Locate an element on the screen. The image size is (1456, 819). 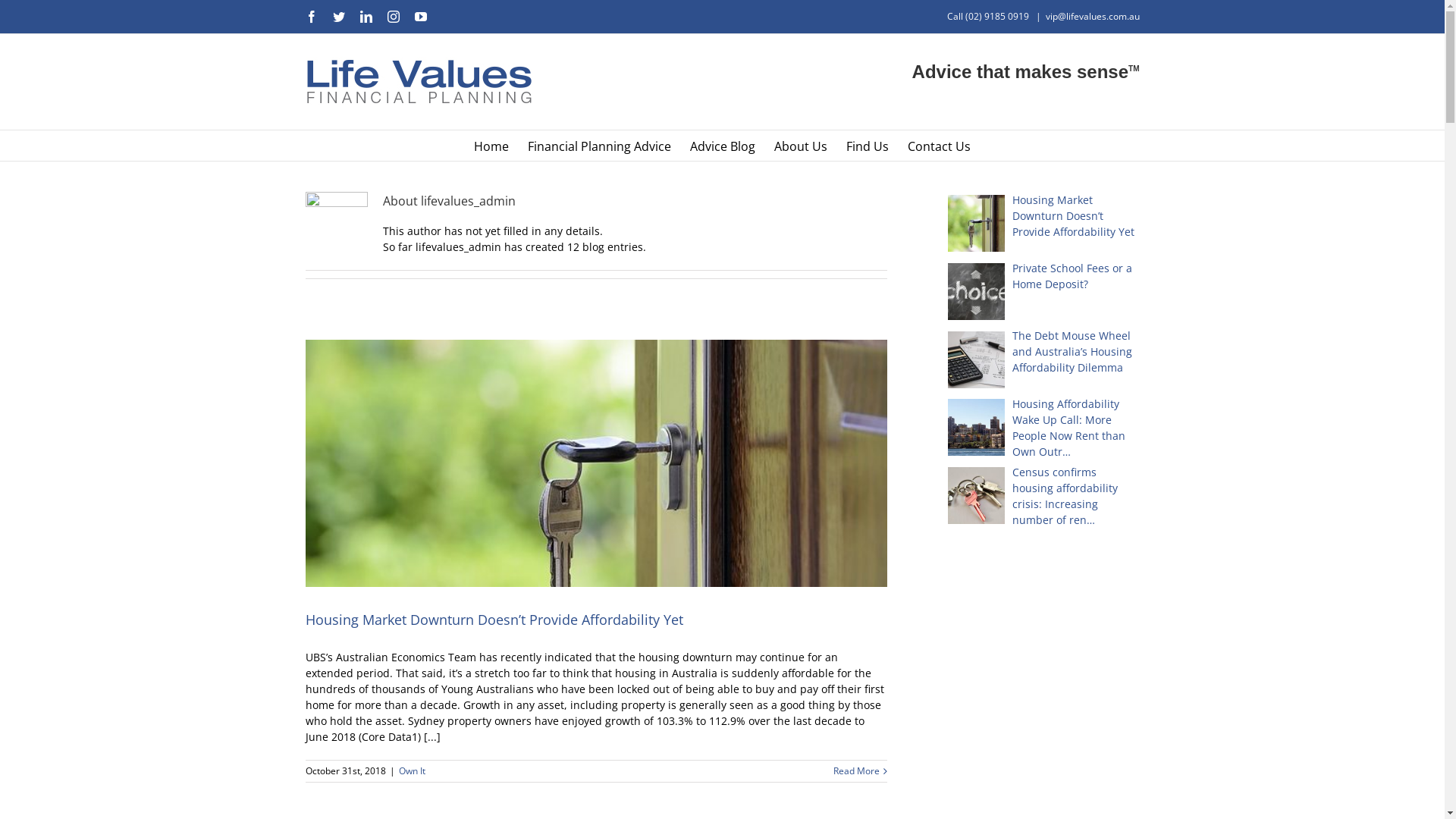
'YouTube' is located at coordinates (419, 17).